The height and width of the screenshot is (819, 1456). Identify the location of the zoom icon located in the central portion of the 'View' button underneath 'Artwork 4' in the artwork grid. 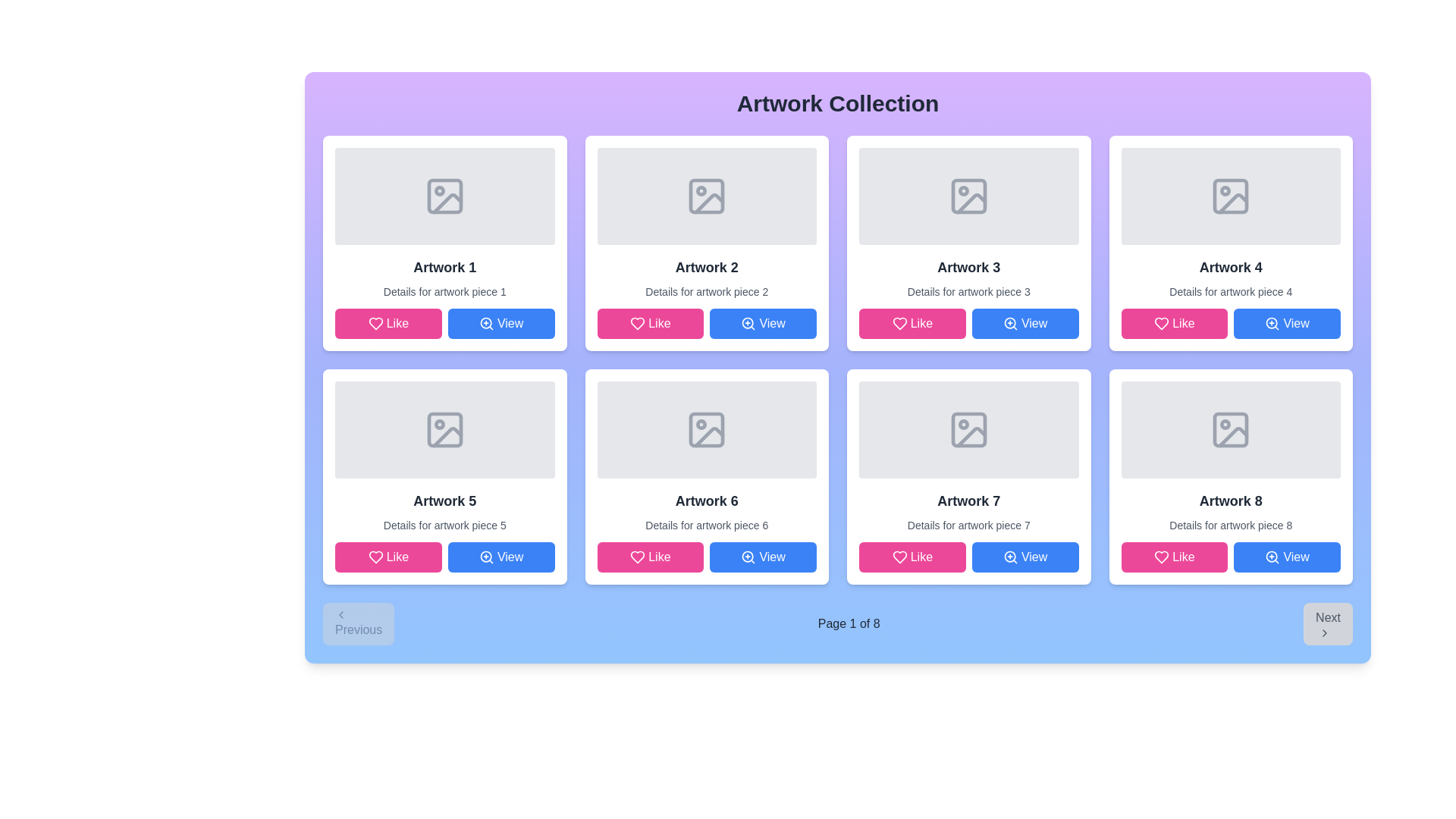
(1272, 323).